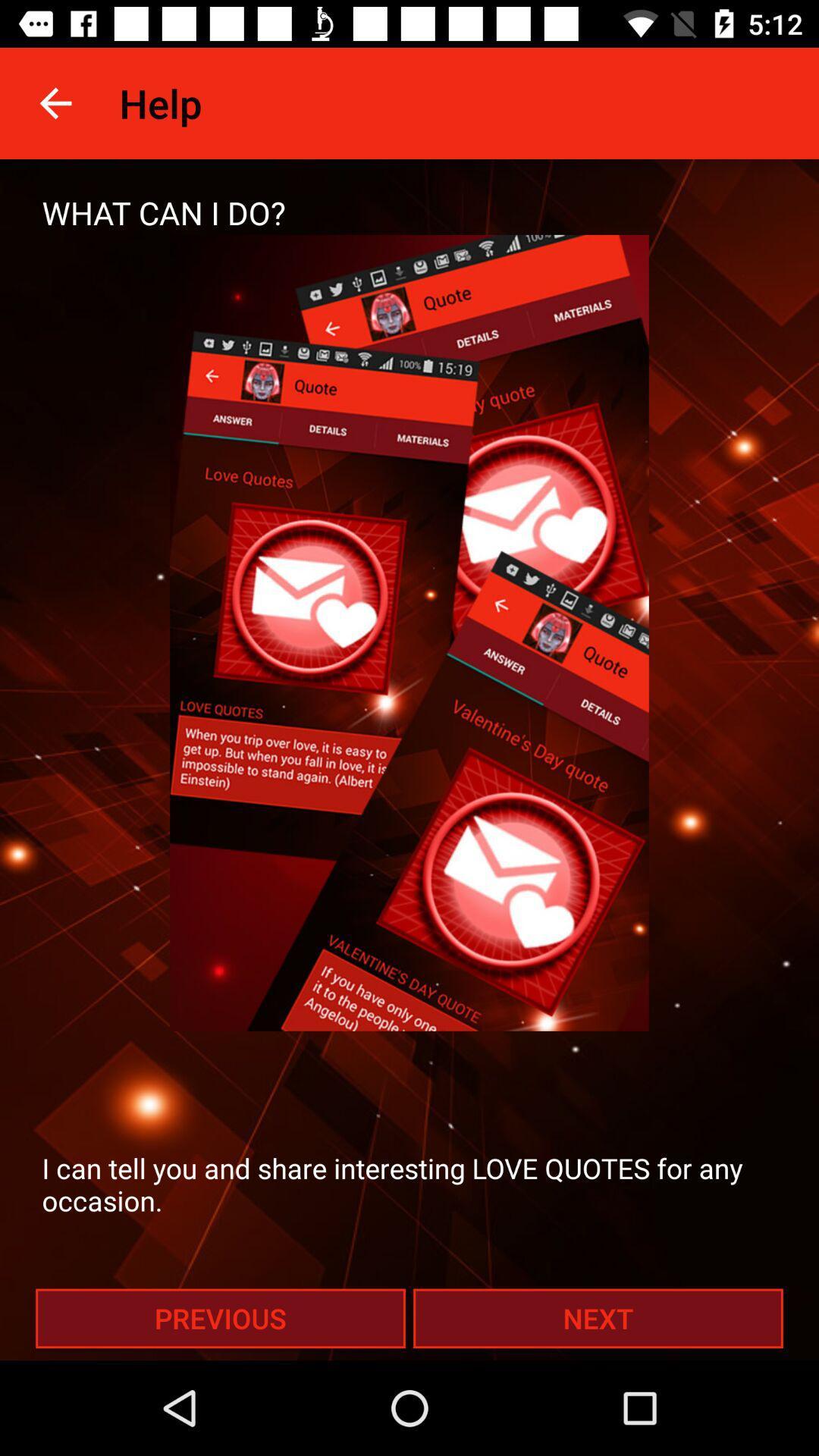  What do you see at coordinates (598, 1317) in the screenshot?
I see `next icon` at bounding box center [598, 1317].